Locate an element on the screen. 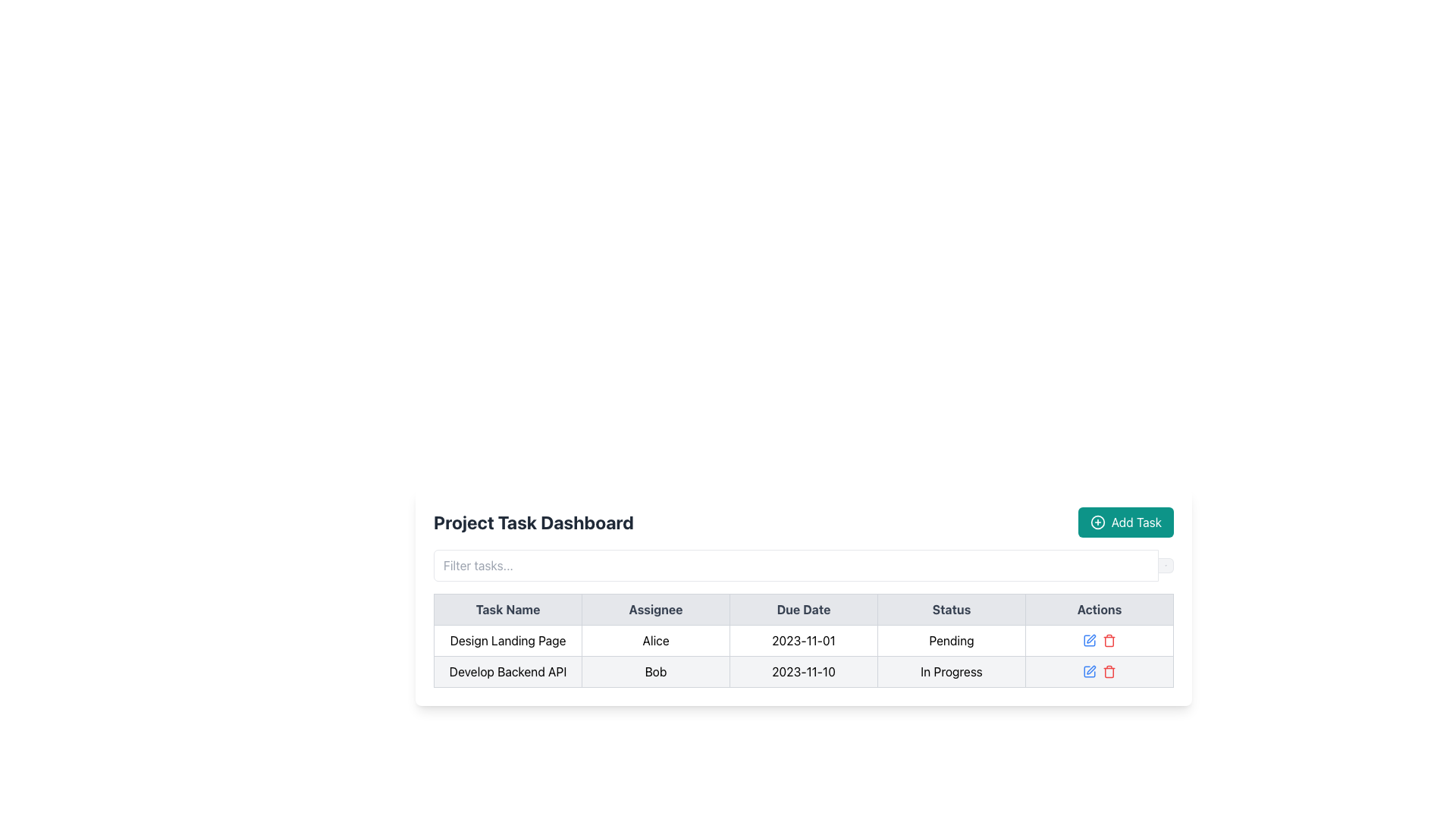 The height and width of the screenshot is (819, 1456). the 'Assignee' Table Header, which is the second header in a row of five headers in the table, located between 'Task Name' and 'Due Date' is located at coordinates (655, 608).